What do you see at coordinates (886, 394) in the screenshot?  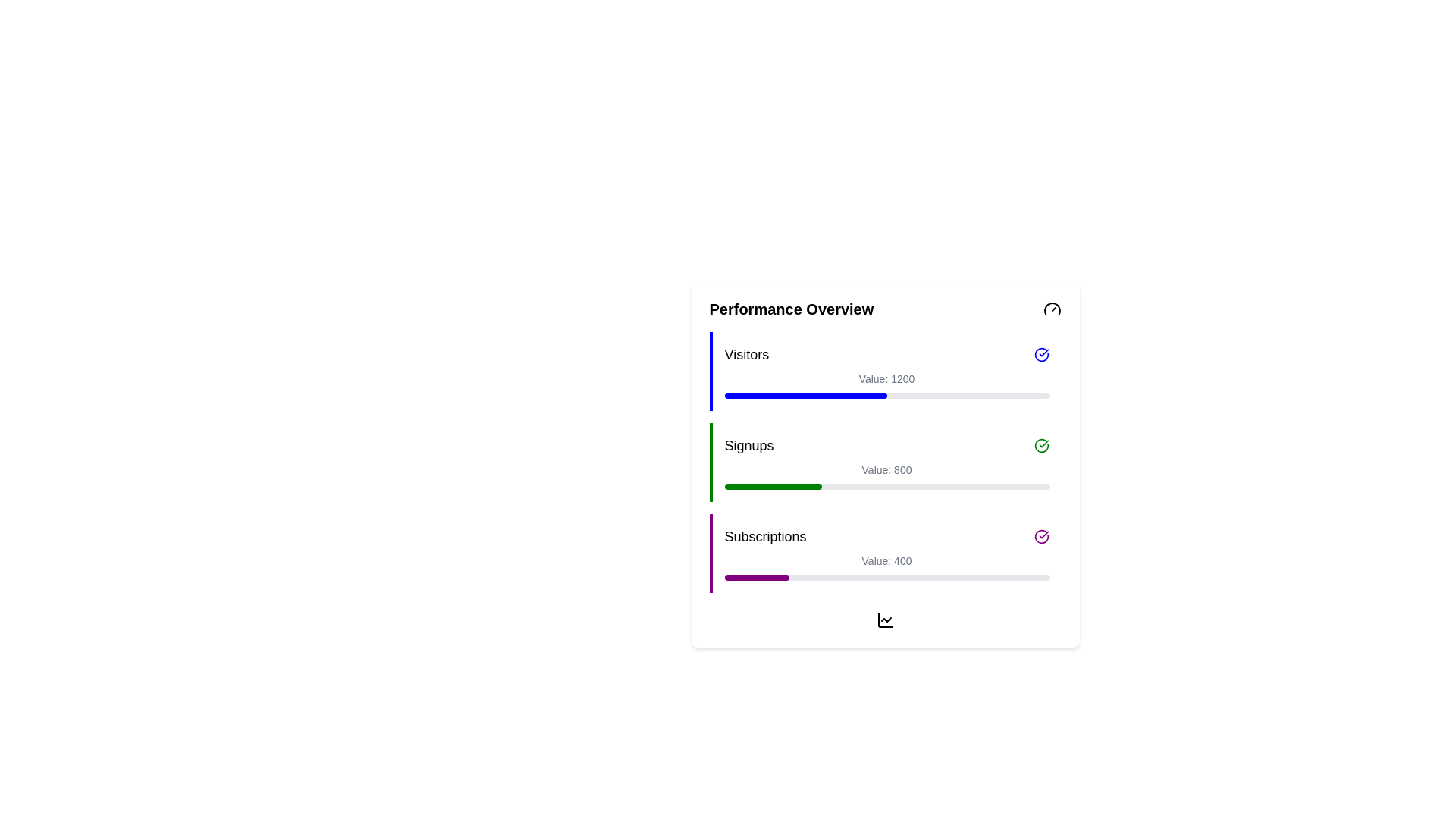 I see `the Progress Bar located under the 'Visitors' label in the 'Performance Overview' section, which is a horizontal bar with a blue filled left side and gray uncolored right side` at bounding box center [886, 394].